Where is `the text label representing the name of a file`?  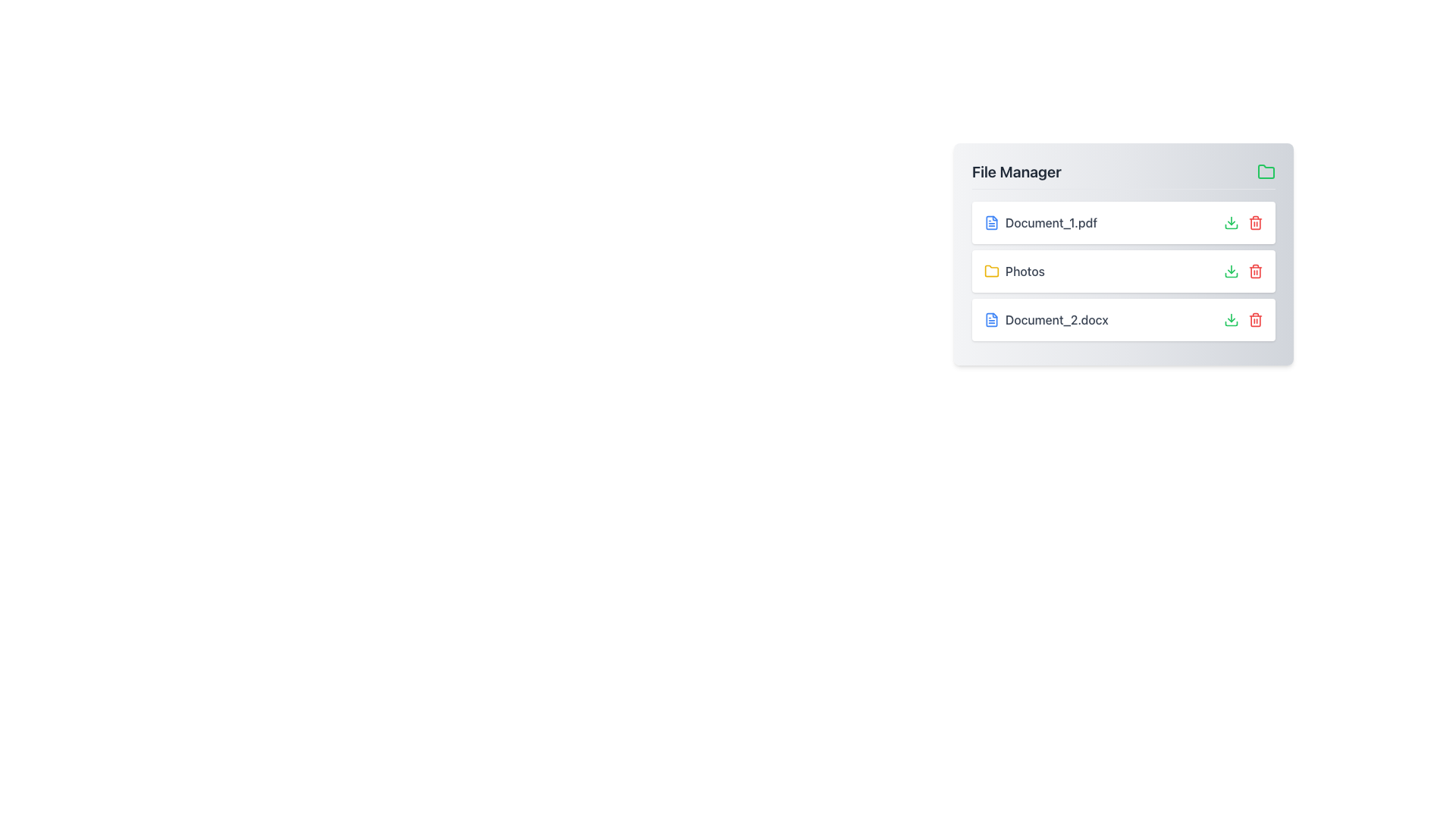 the text label representing the name of a file is located at coordinates (1056, 318).